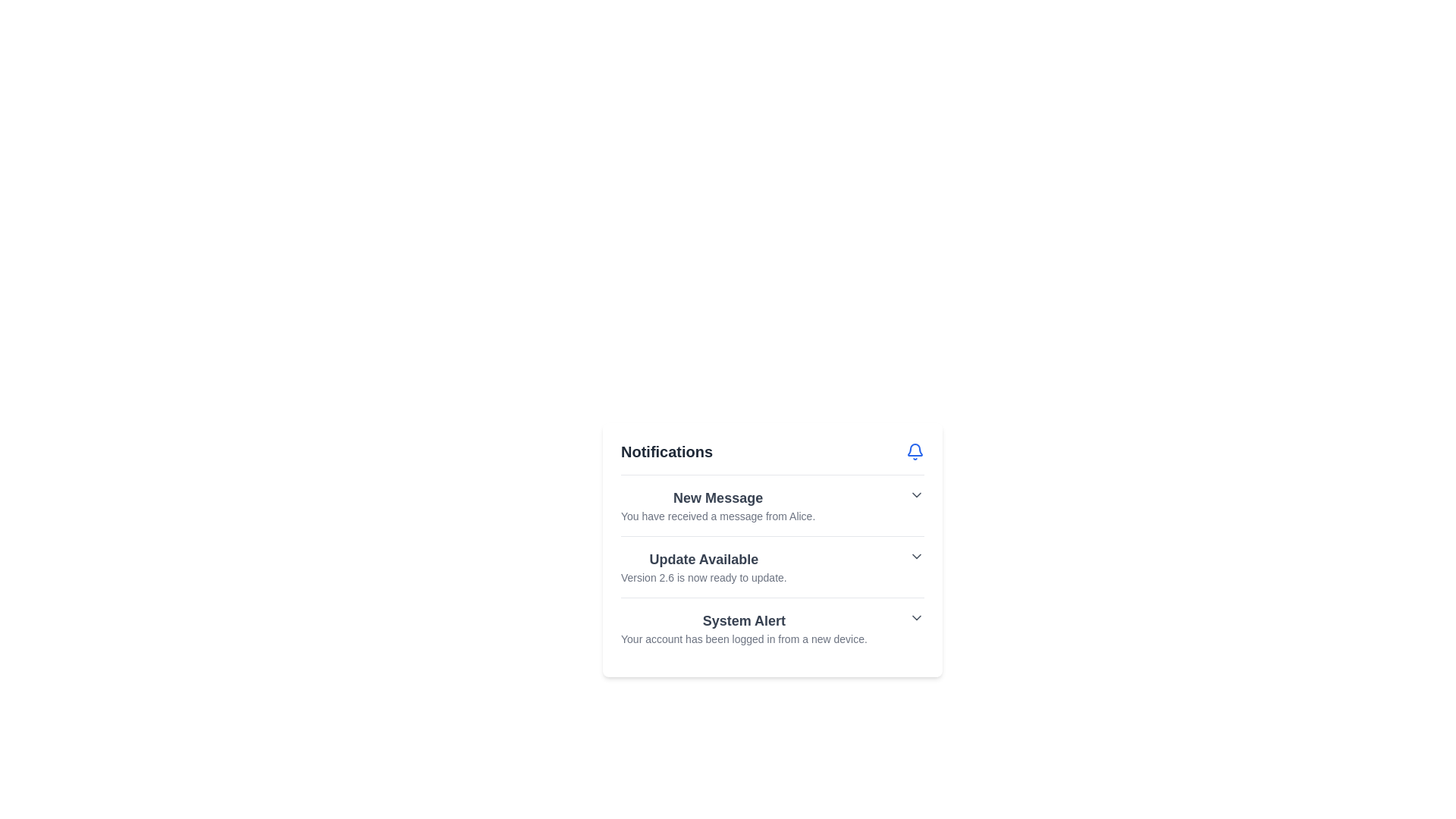 The width and height of the screenshot is (1456, 819). I want to click on the ChevronDown icon of the notification titled New Message to expand or collapse it, so click(916, 494).